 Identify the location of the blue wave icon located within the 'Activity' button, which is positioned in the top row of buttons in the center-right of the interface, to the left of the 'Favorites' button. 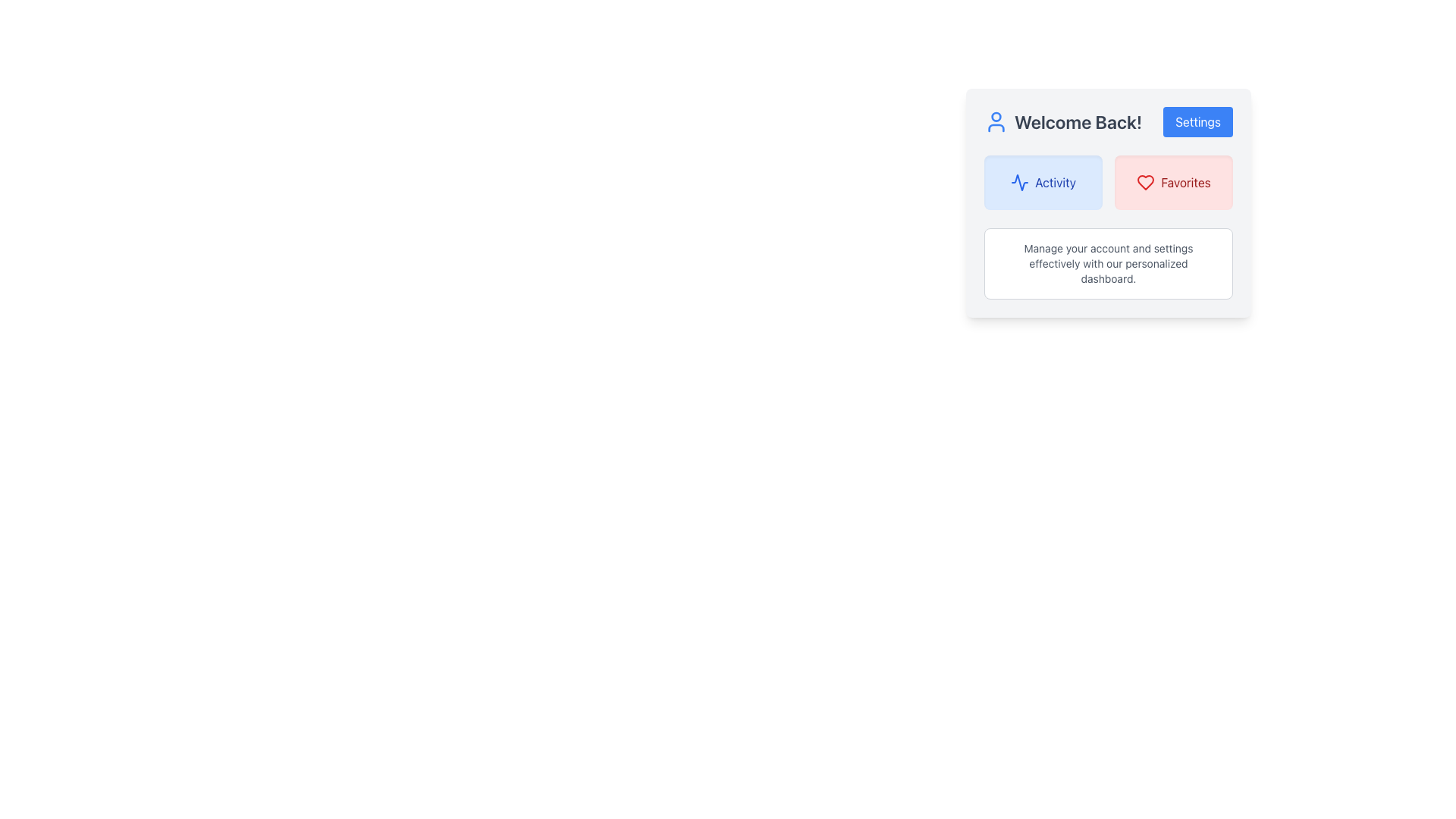
(1020, 181).